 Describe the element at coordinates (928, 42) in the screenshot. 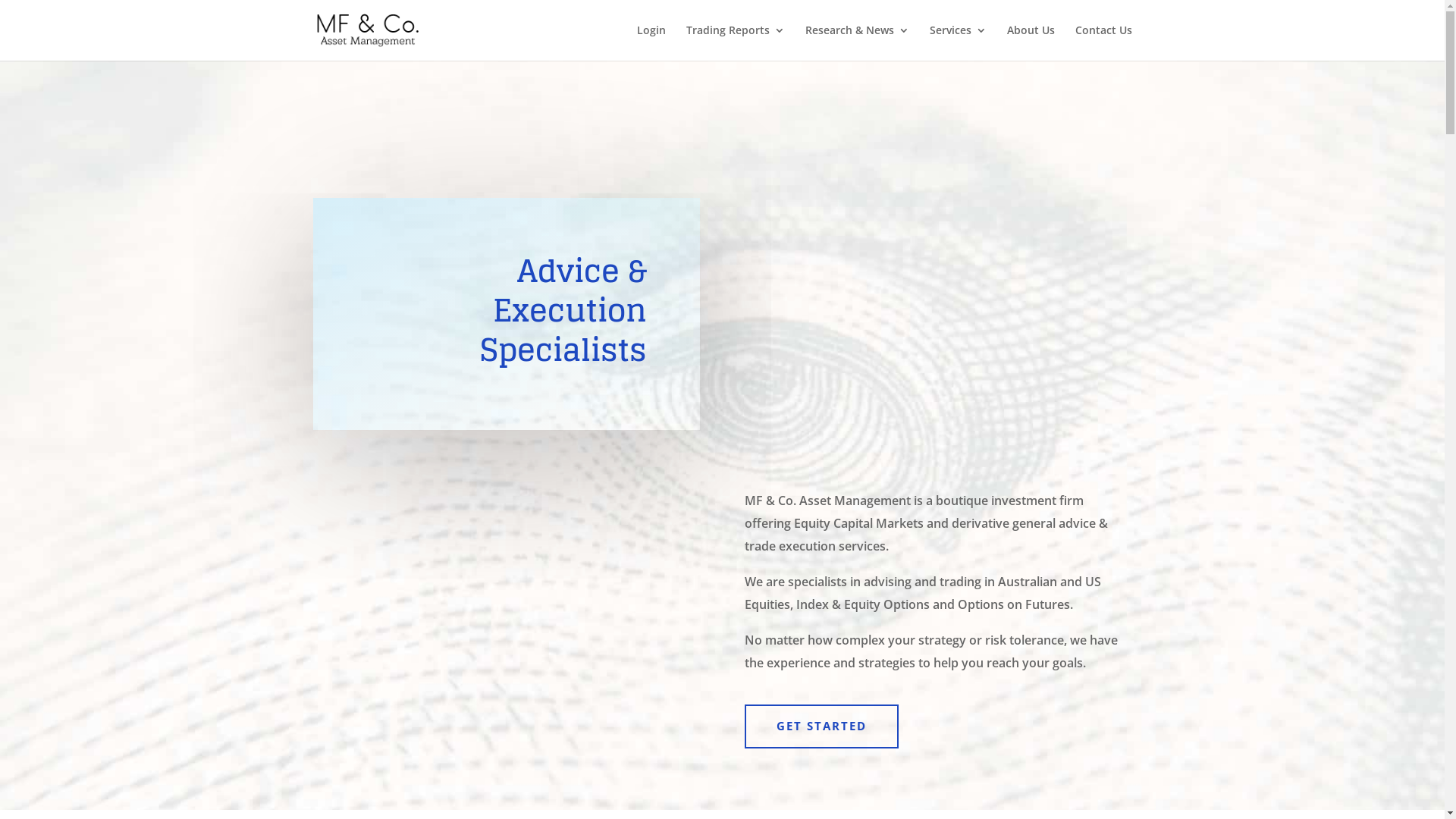

I see `'Services'` at that location.